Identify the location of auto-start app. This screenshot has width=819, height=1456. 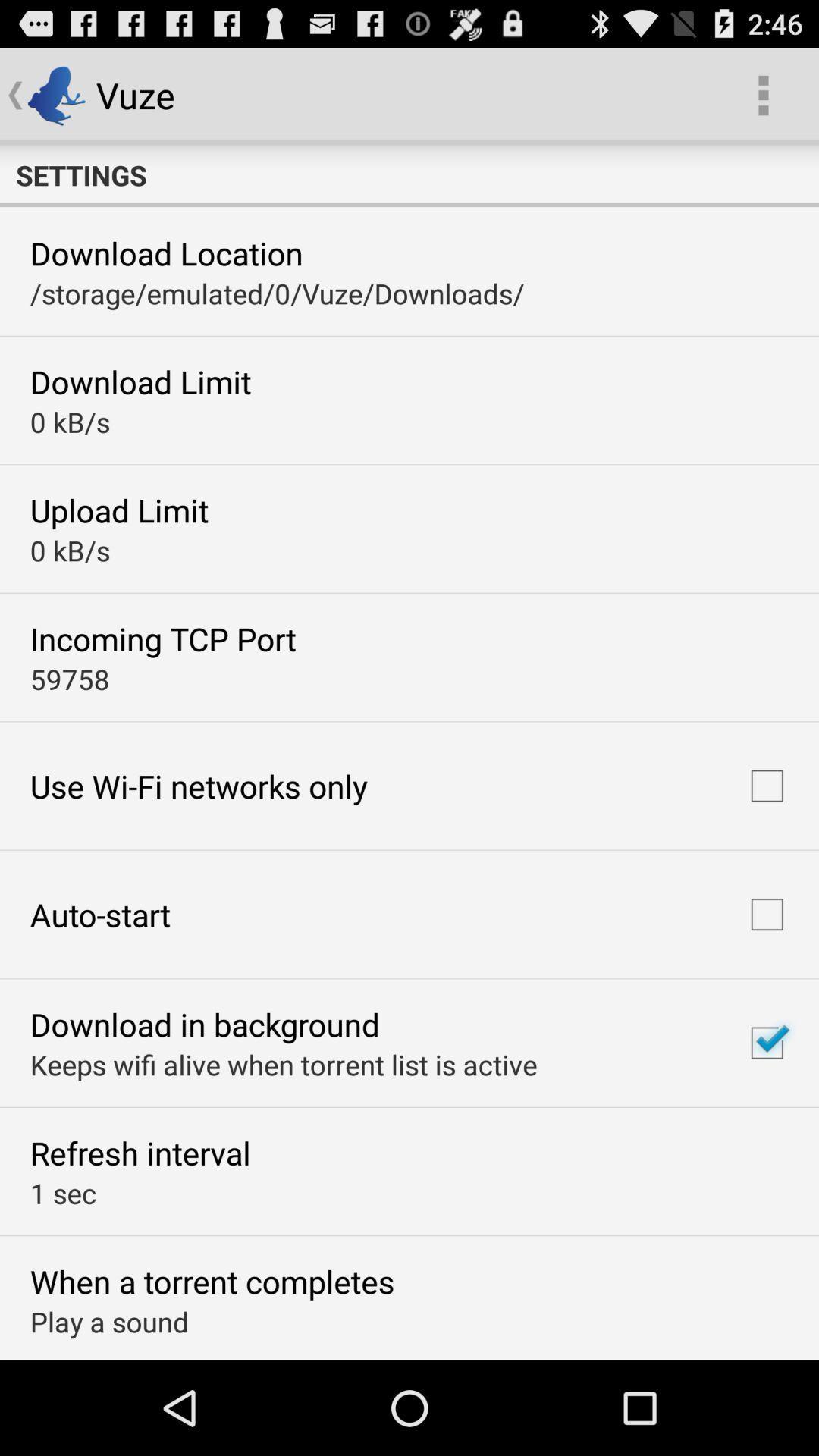
(100, 913).